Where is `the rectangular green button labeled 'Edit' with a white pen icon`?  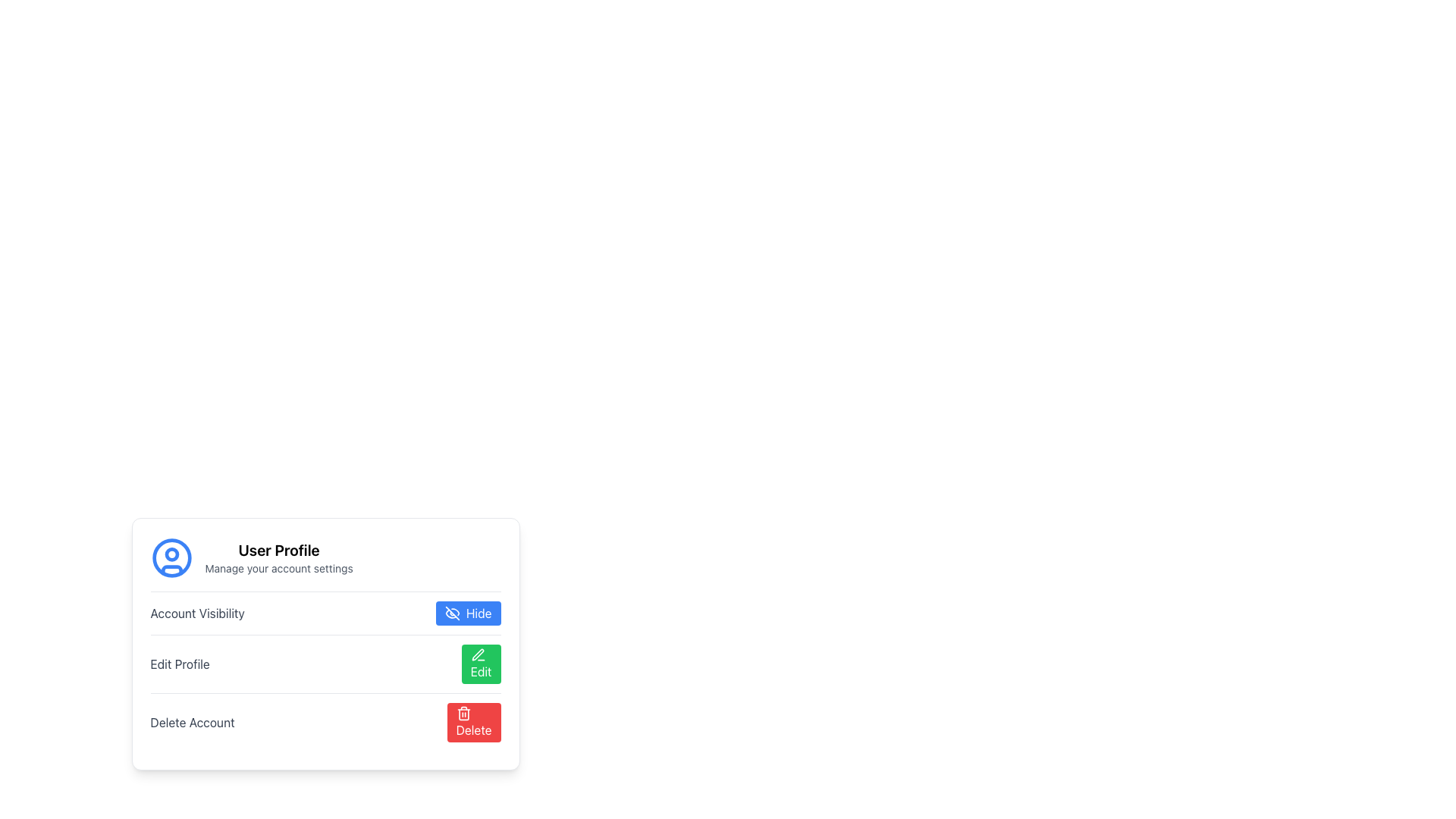
the rectangular green button labeled 'Edit' with a white pen icon is located at coordinates (480, 663).